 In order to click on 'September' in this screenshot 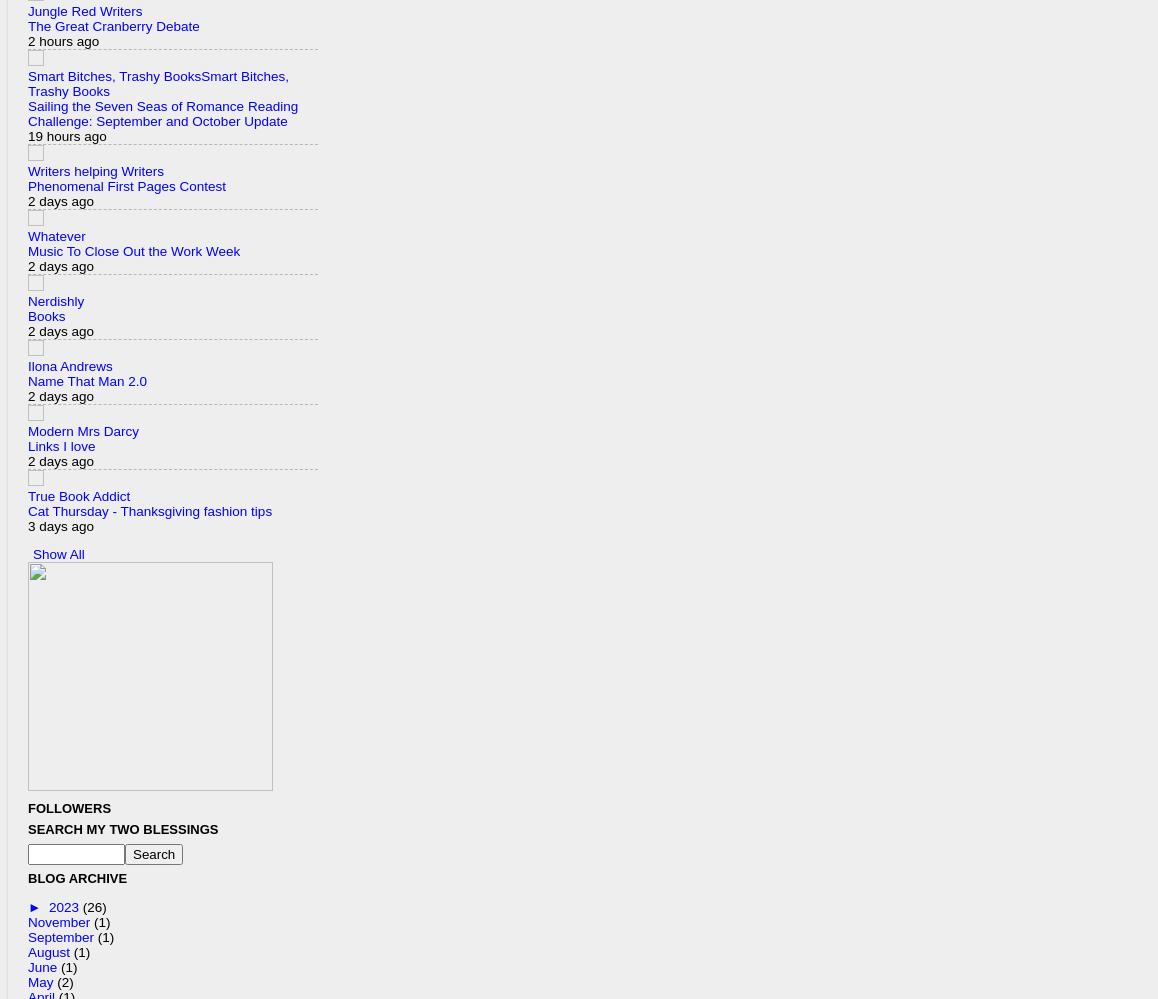, I will do `click(62, 936)`.